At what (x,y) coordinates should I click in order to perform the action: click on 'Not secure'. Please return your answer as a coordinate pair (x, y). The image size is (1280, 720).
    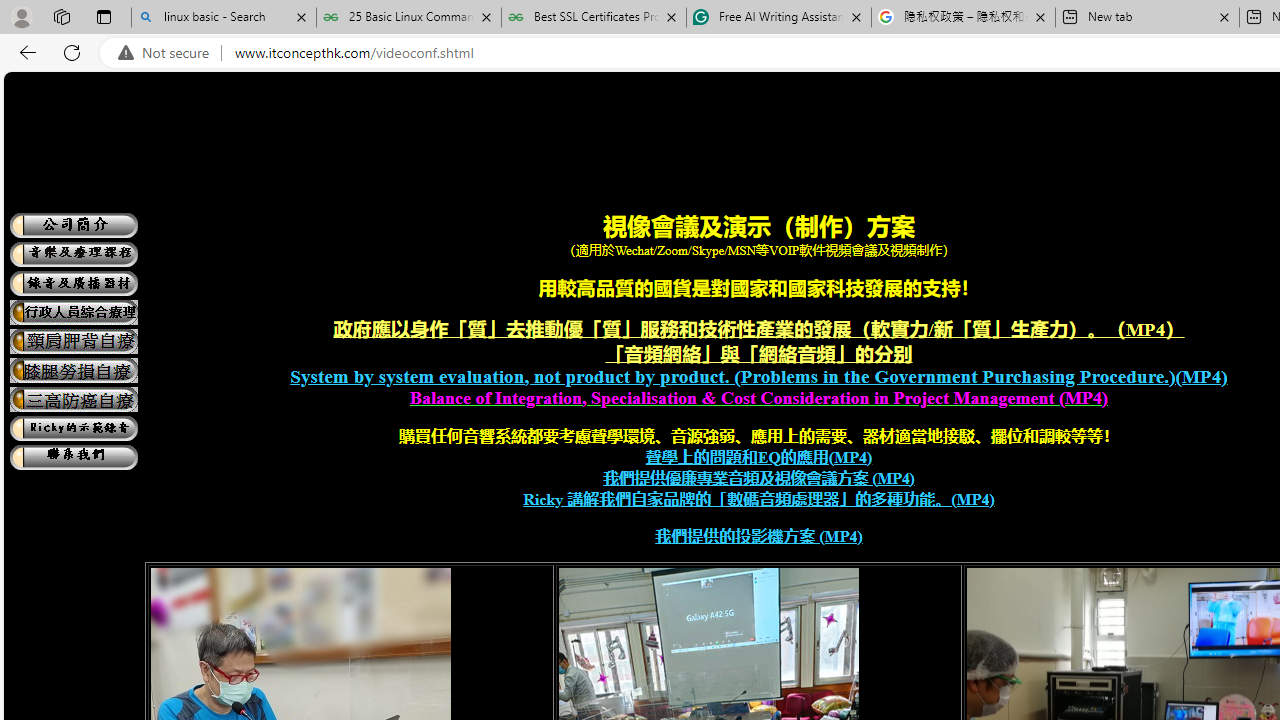
    Looking at the image, I should click on (168, 52).